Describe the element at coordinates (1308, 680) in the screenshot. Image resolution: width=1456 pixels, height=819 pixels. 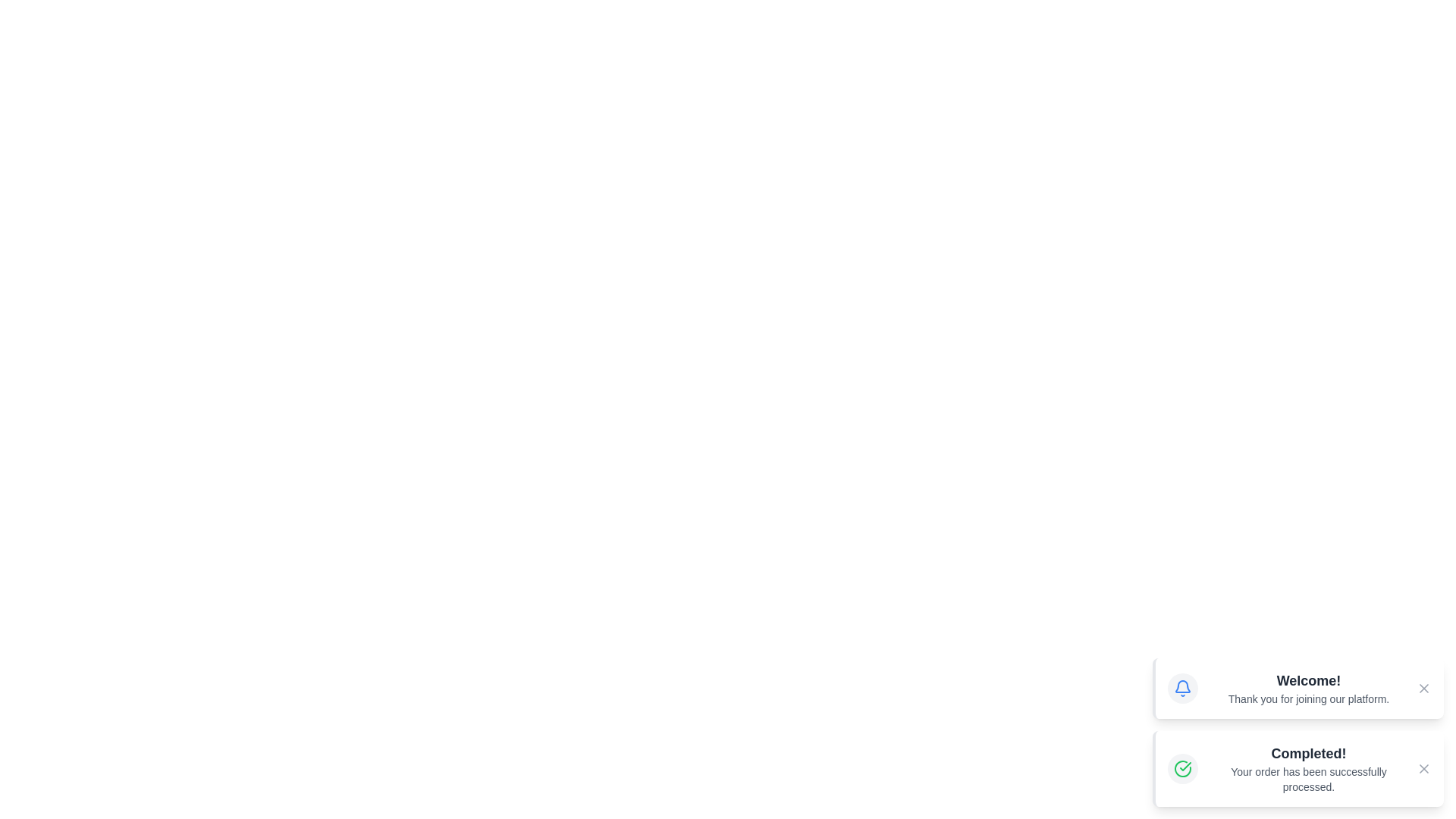
I see `the text of the alert to select it` at that location.